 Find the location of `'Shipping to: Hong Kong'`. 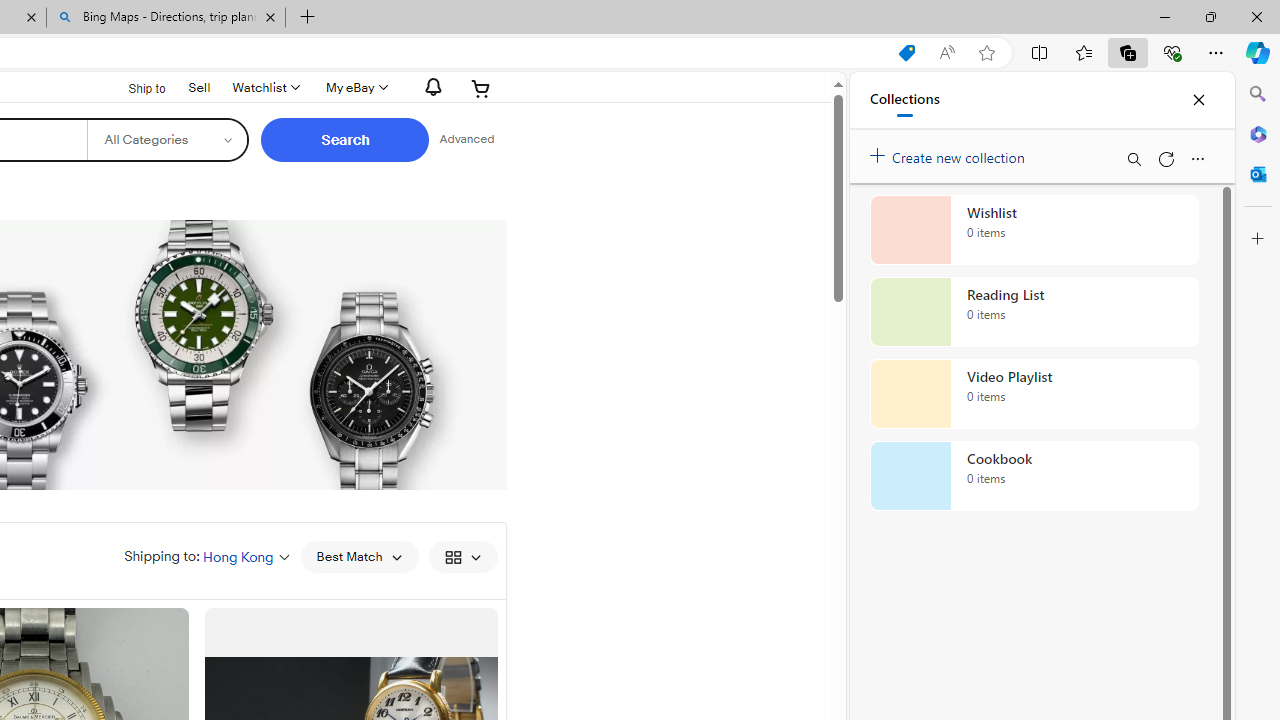

'Shipping to: Hong Kong' is located at coordinates (207, 556).